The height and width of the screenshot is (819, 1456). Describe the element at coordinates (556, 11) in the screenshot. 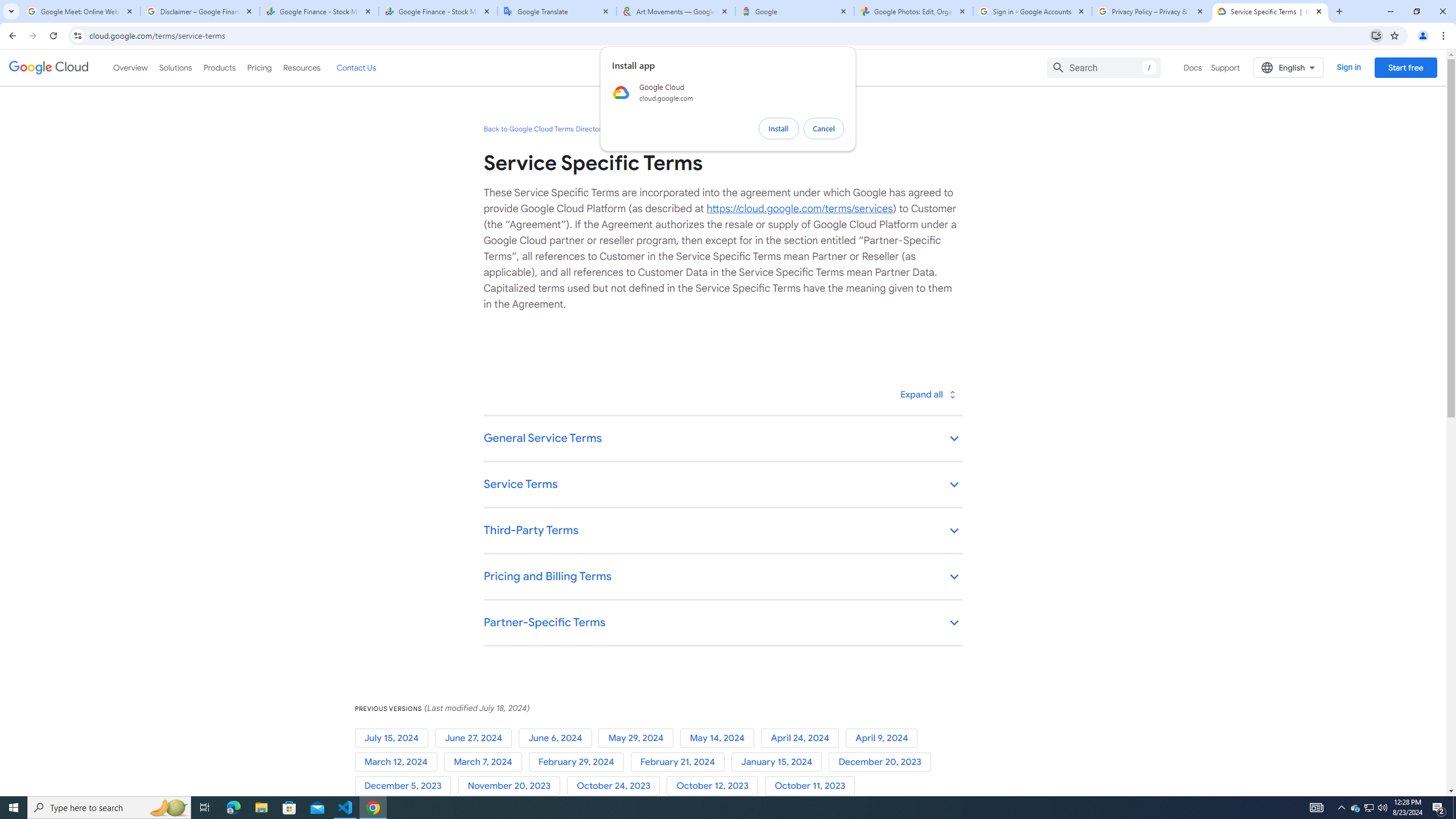

I see `'Google Translate'` at that location.